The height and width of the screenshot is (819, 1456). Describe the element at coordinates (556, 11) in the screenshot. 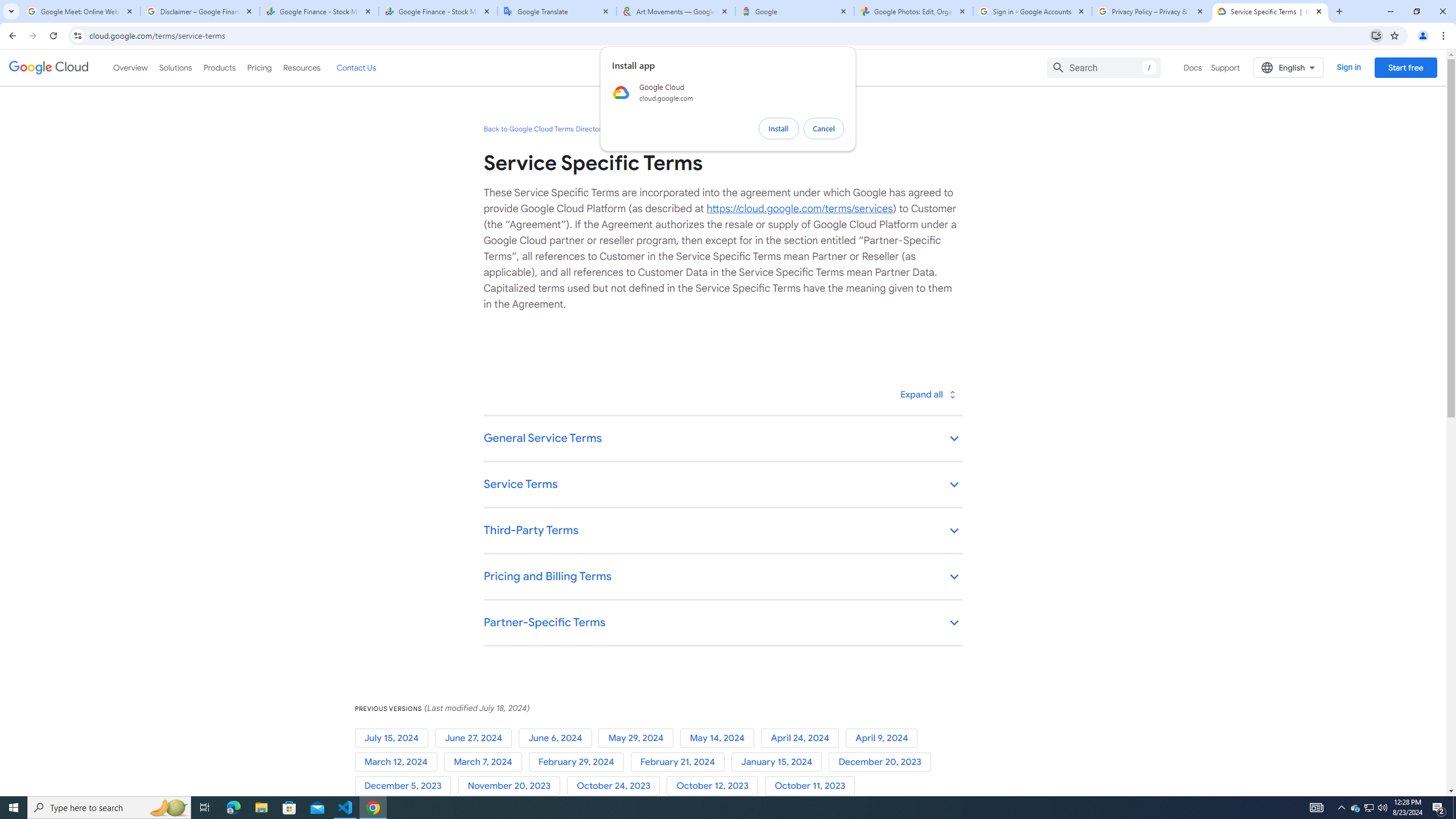

I see `'Google Translate'` at that location.